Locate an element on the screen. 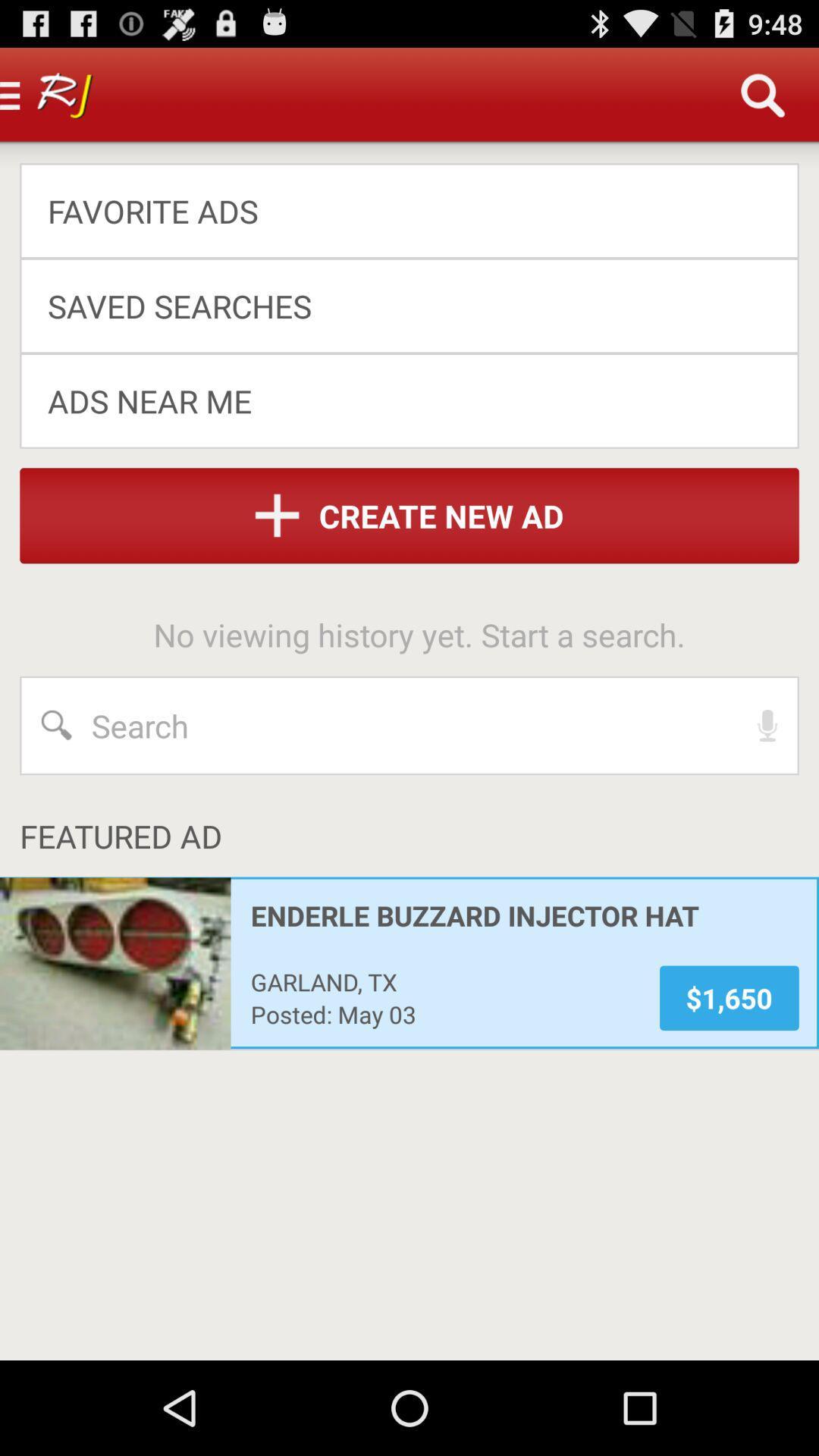  app to the left of the $1,650 item is located at coordinates (444, 1014).